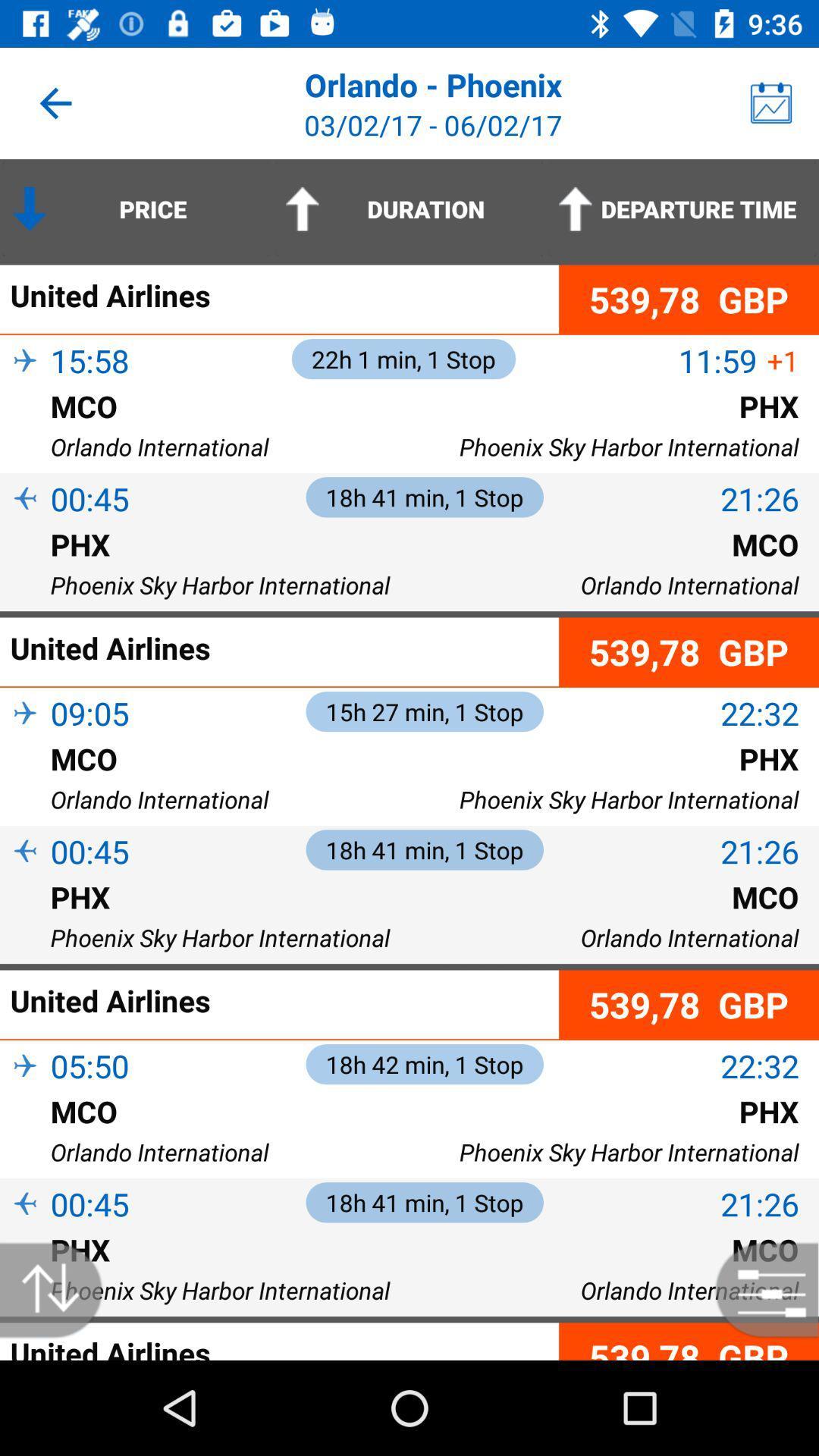 This screenshot has height=1456, width=819. What do you see at coordinates (58, 1289) in the screenshot?
I see `the swap icon` at bounding box center [58, 1289].